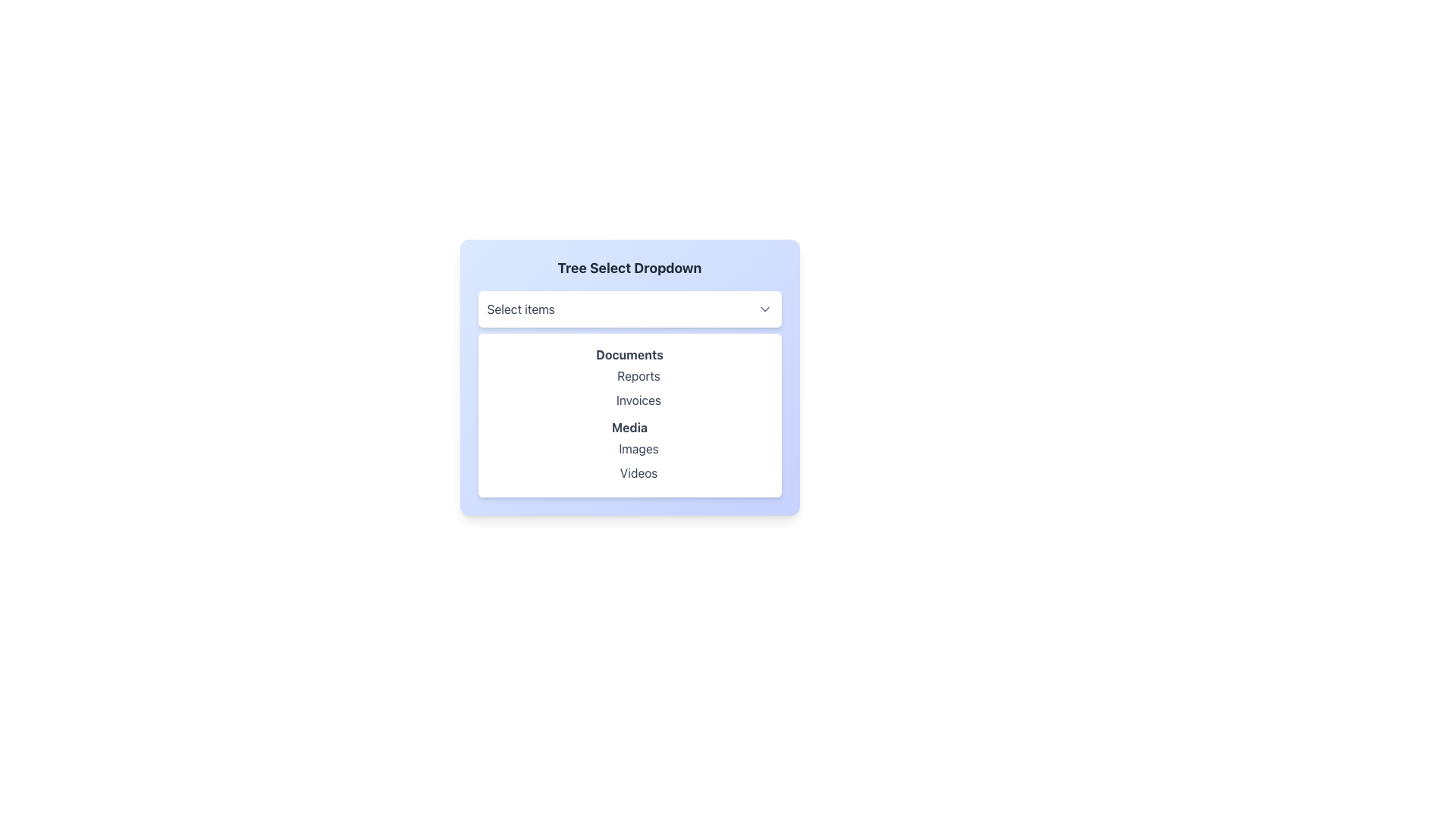 This screenshot has height=819, width=1456. I want to click on the 'Images' option in the dropdown list located within the 'Media' category, so click(635, 447).